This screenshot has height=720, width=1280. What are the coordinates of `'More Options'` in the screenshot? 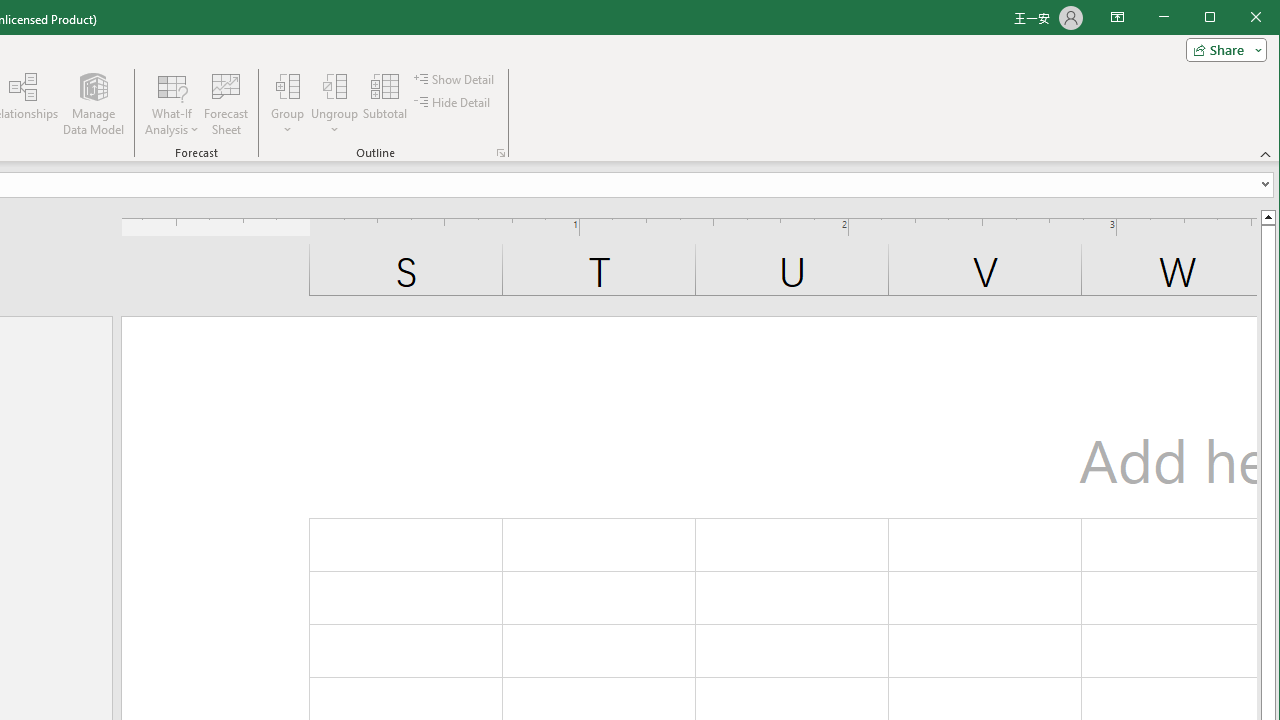 It's located at (334, 123).